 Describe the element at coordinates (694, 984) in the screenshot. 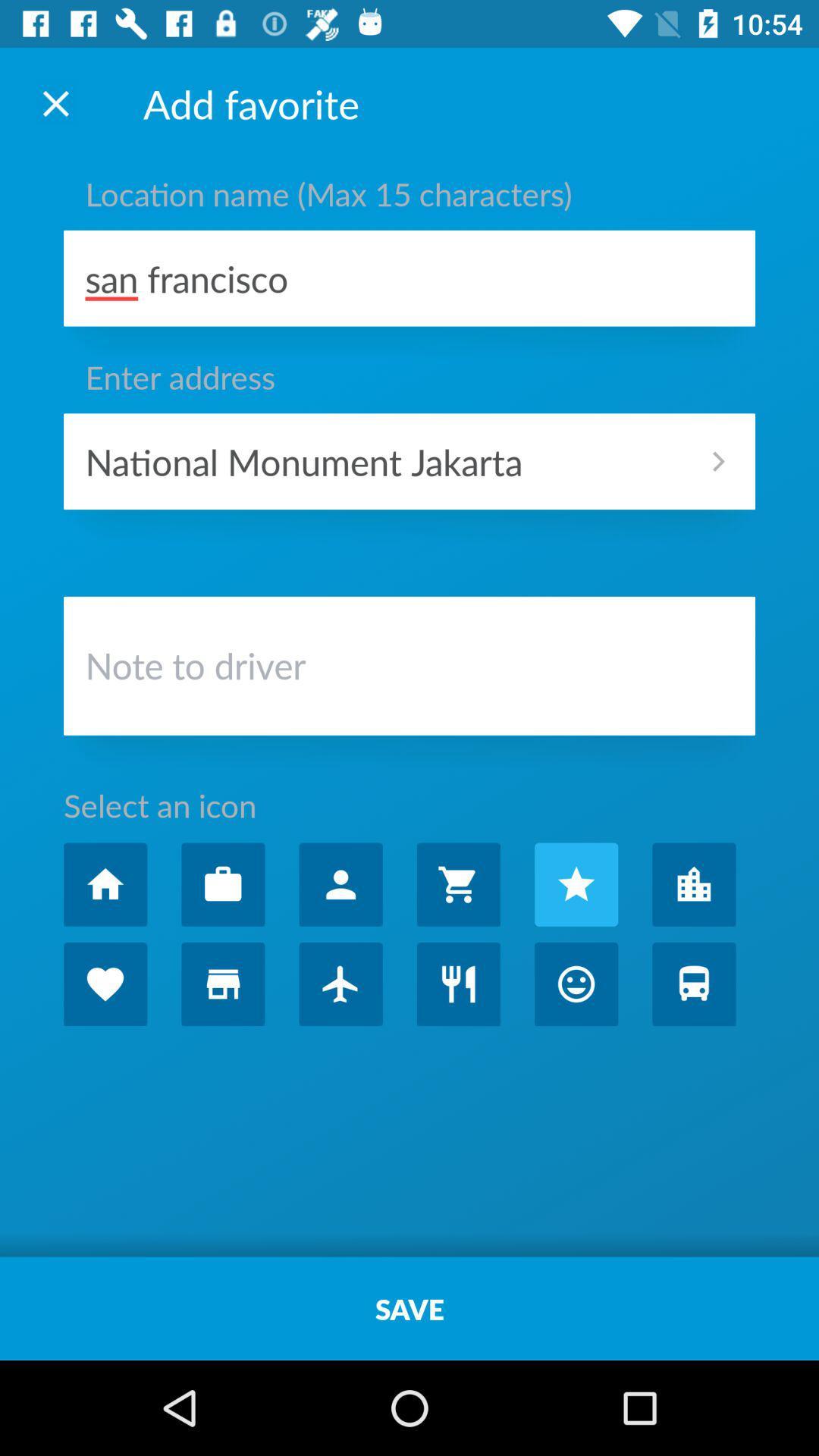

I see `icon for favorite` at that location.